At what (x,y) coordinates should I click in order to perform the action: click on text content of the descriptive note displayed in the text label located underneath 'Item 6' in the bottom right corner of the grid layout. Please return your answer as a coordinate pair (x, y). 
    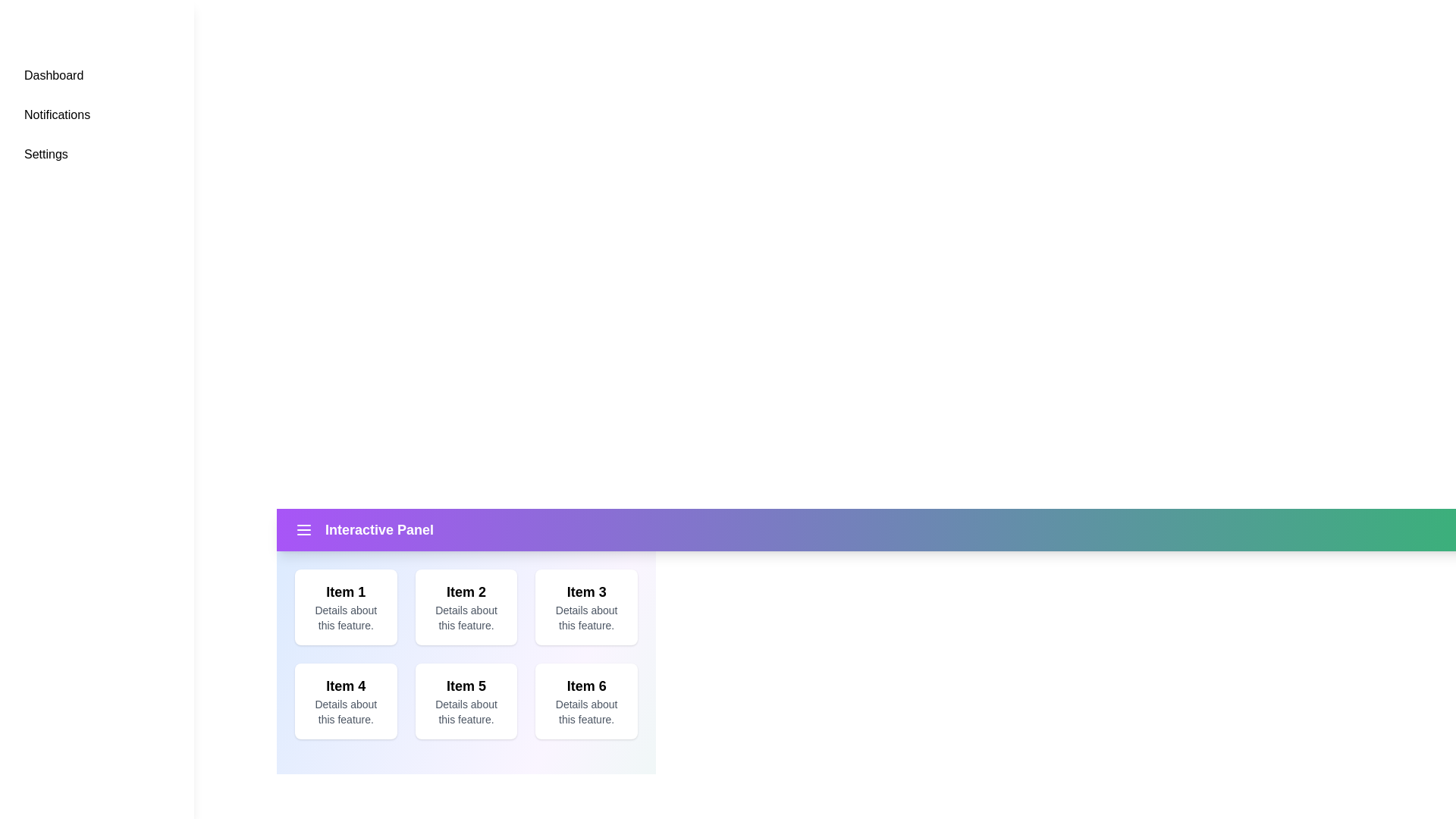
    Looking at the image, I should click on (585, 711).